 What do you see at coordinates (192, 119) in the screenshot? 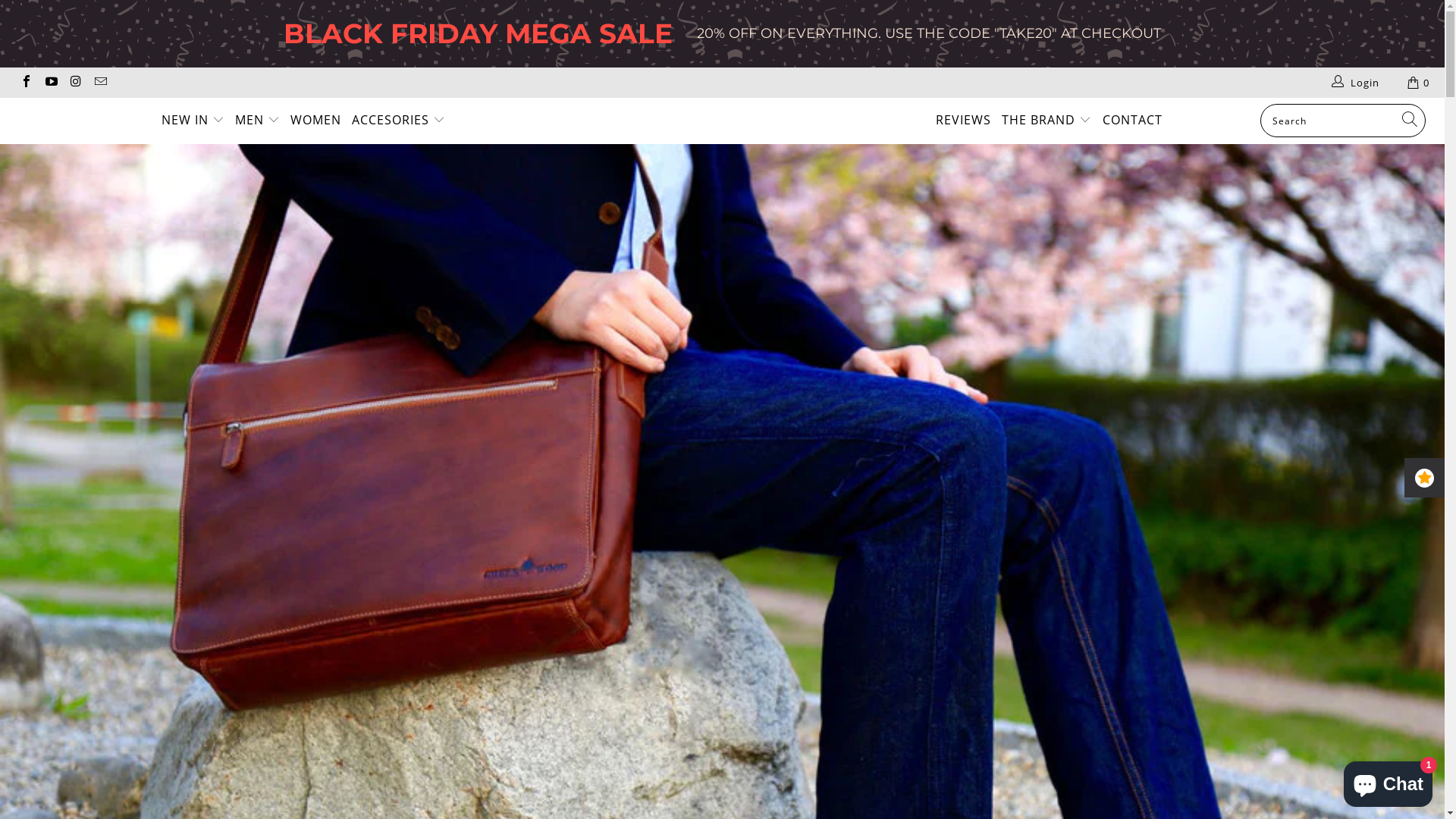
I see `'NEW IN'` at bounding box center [192, 119].